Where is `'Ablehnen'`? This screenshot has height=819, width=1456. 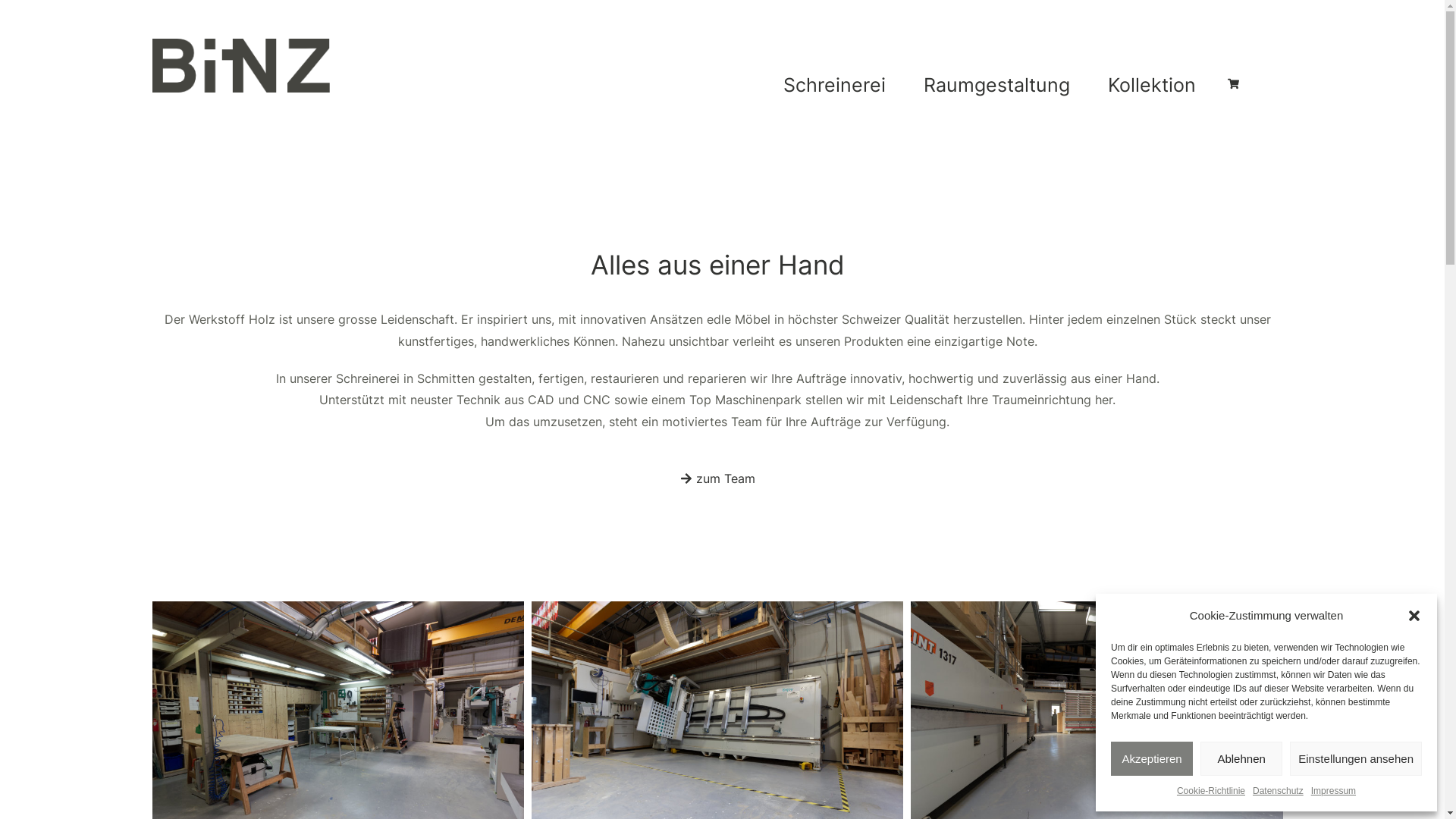 'Ablehnen' is located at coordinates (1241, 758).